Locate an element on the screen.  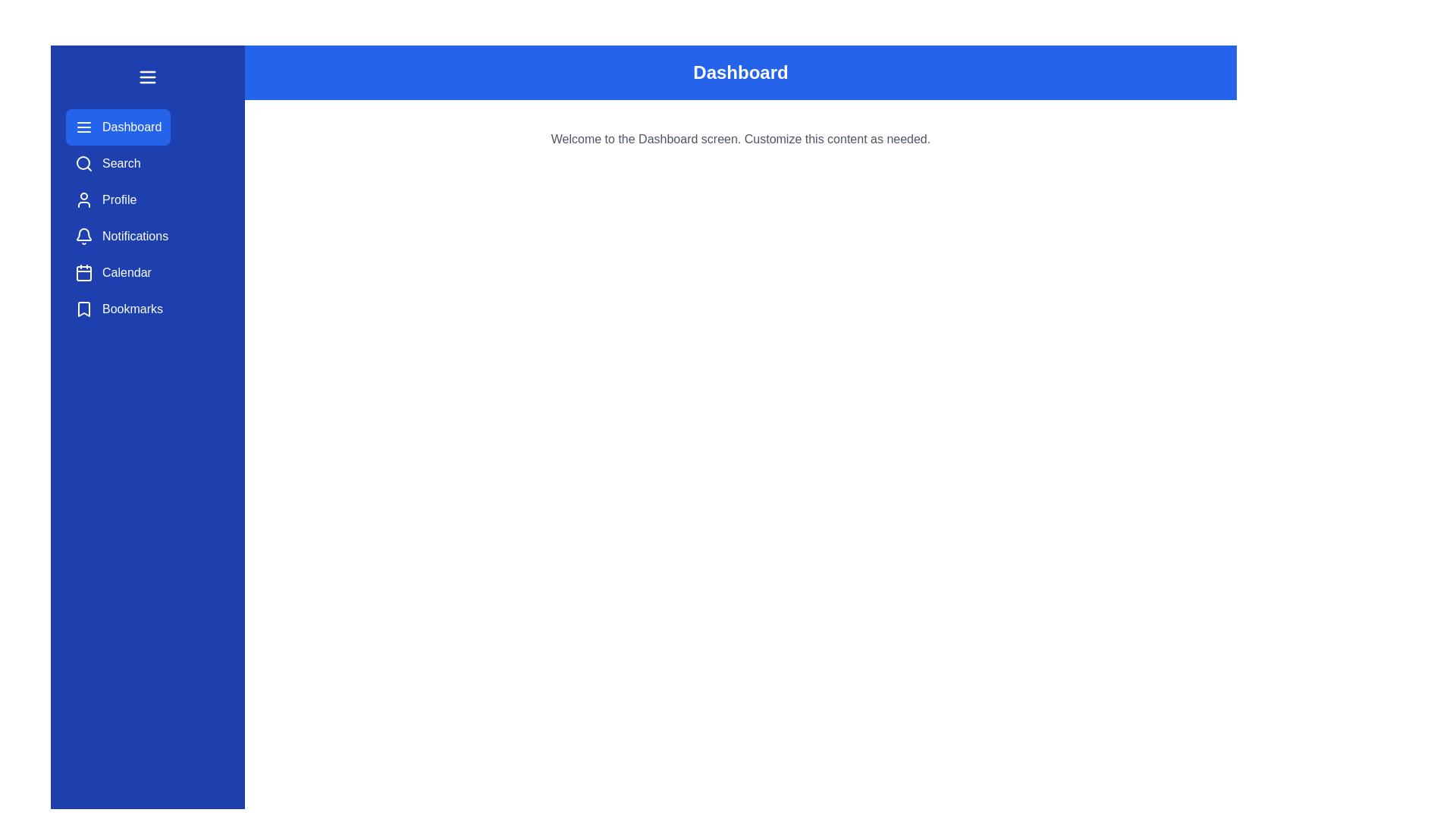
the 'Dashboard' label in the left menu panel is located at coordinates (132, 127).